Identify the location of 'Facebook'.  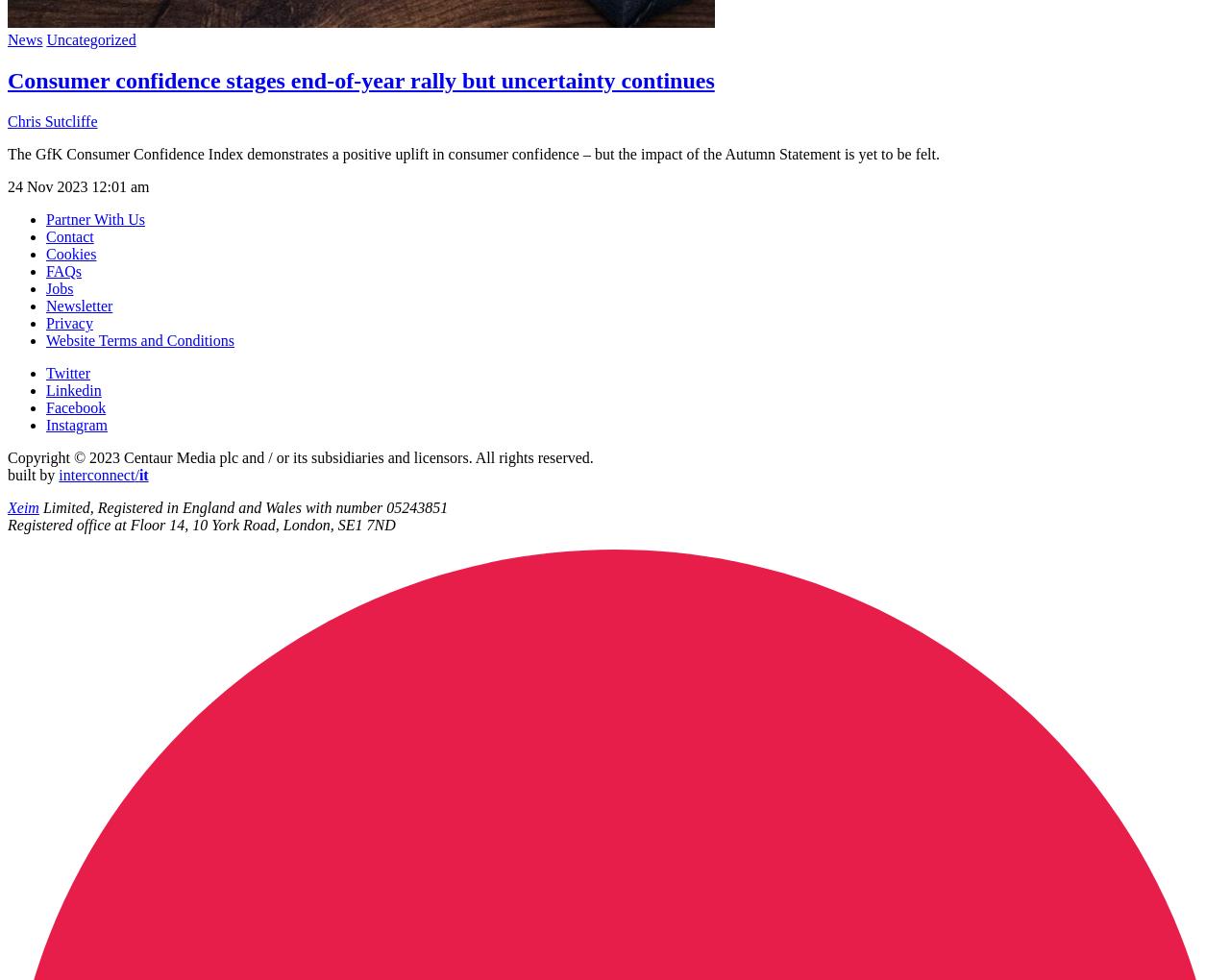
(75, 406).